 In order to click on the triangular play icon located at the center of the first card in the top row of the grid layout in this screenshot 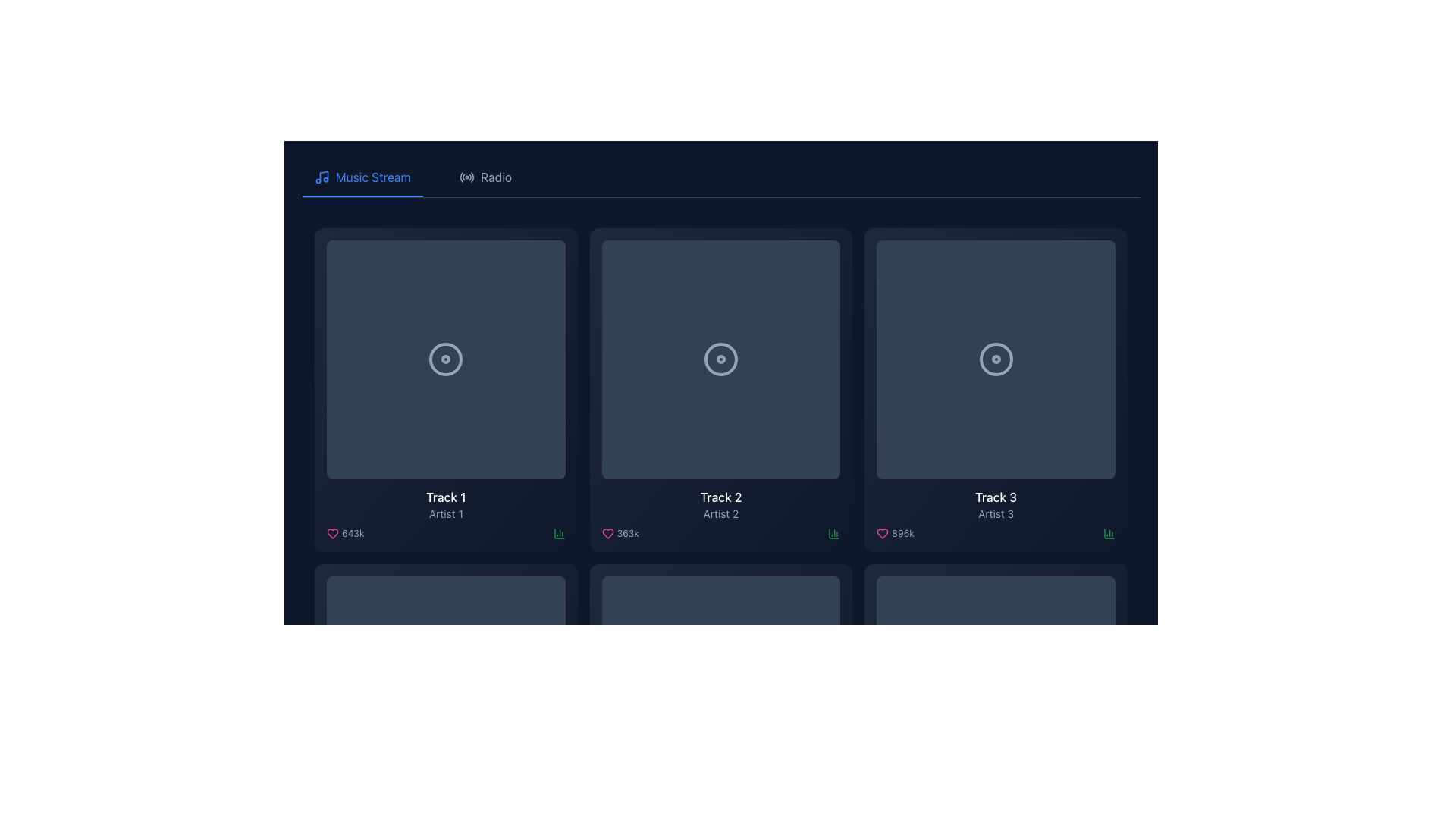, I will do `click(447, 359)`.